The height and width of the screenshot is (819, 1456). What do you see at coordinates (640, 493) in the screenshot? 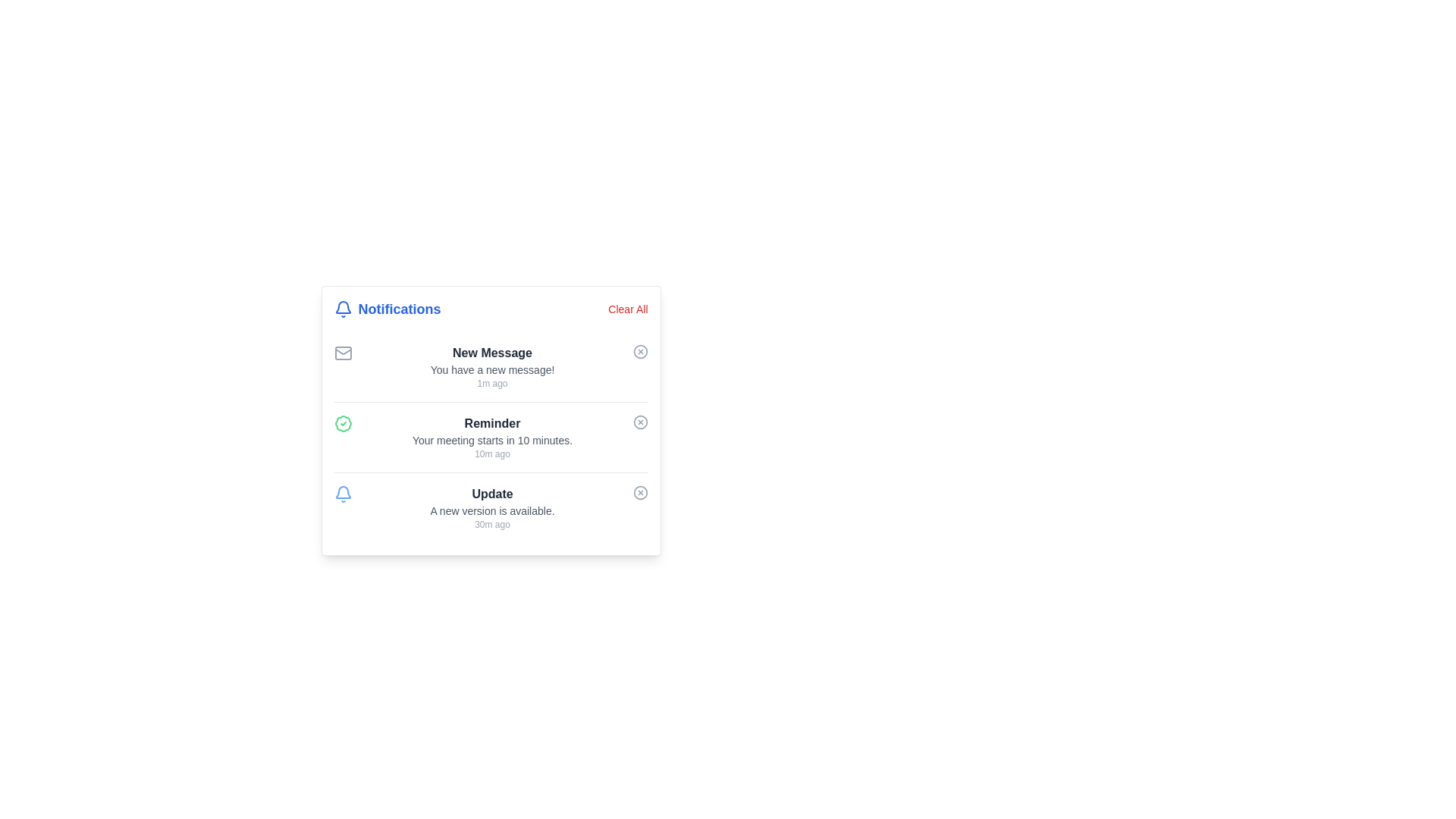
I see `the circular gray icon button with an 'X' mark inside, located in the lower right area of the 'Update' notification item` at bounding box center [640, 493].